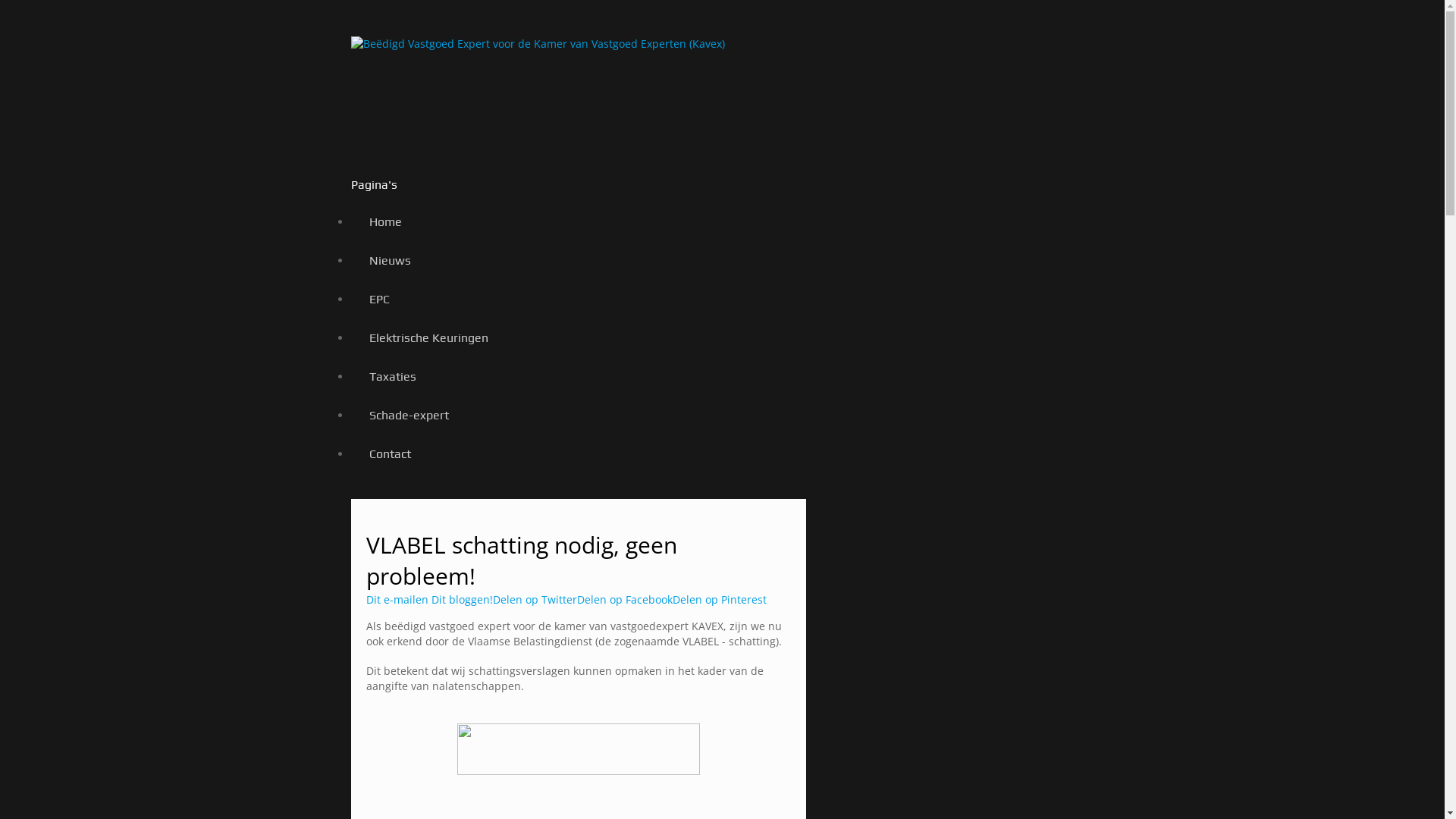 The width and height of the screenshot is (1456, 819). Describe the element at coordinates (575, 598) in the screenshot. I see `'Delen op Facebook'` at that location.